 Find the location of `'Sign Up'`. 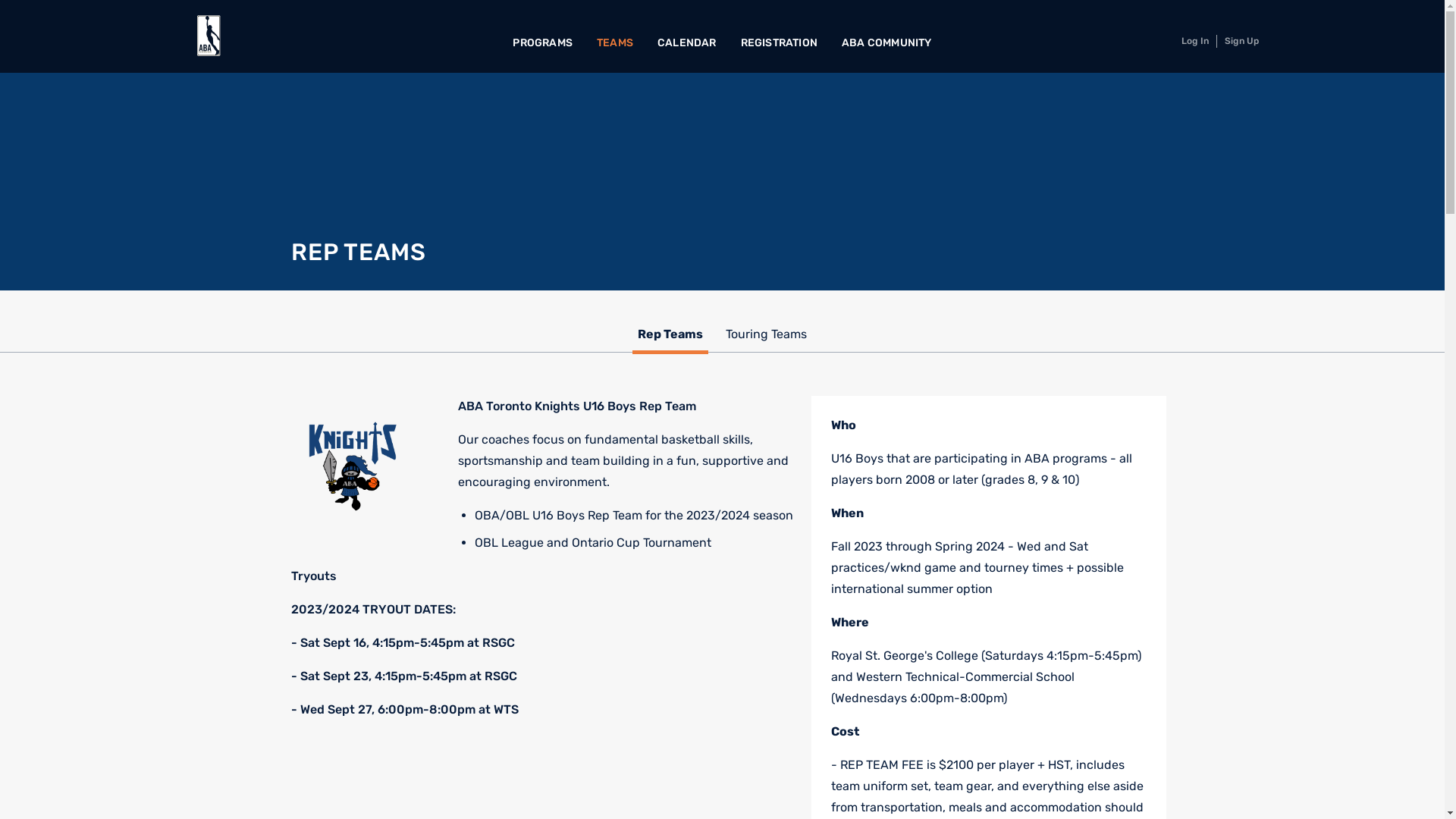

'Sign Up' is located at coordinates (1241, 40).